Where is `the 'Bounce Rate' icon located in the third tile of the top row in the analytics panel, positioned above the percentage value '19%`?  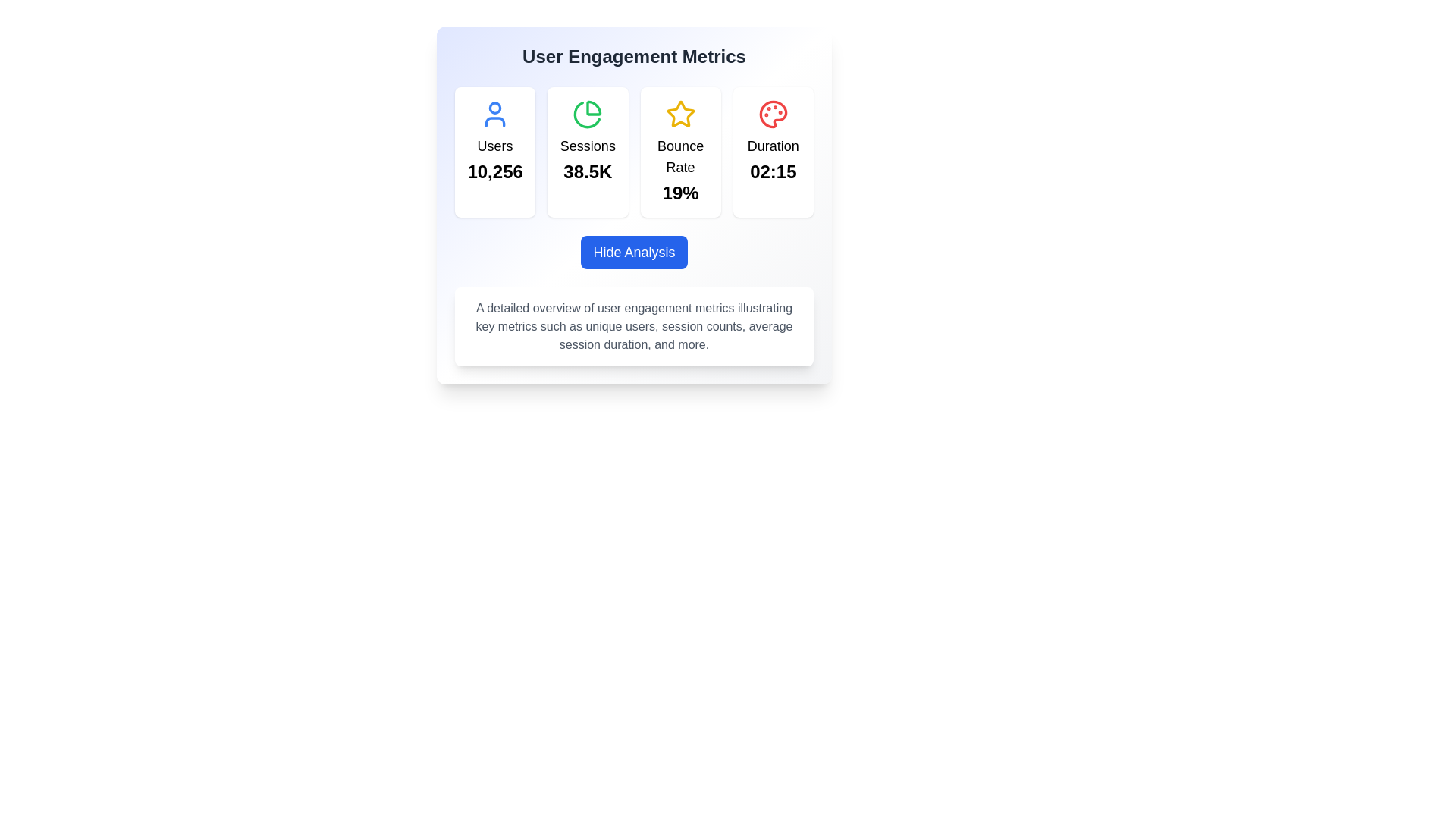 the 'Bounce Rate' icon located in the third tile of the top row in the analytics panel, positioned above the percentage value '19% is located at coordinates (679, 113).